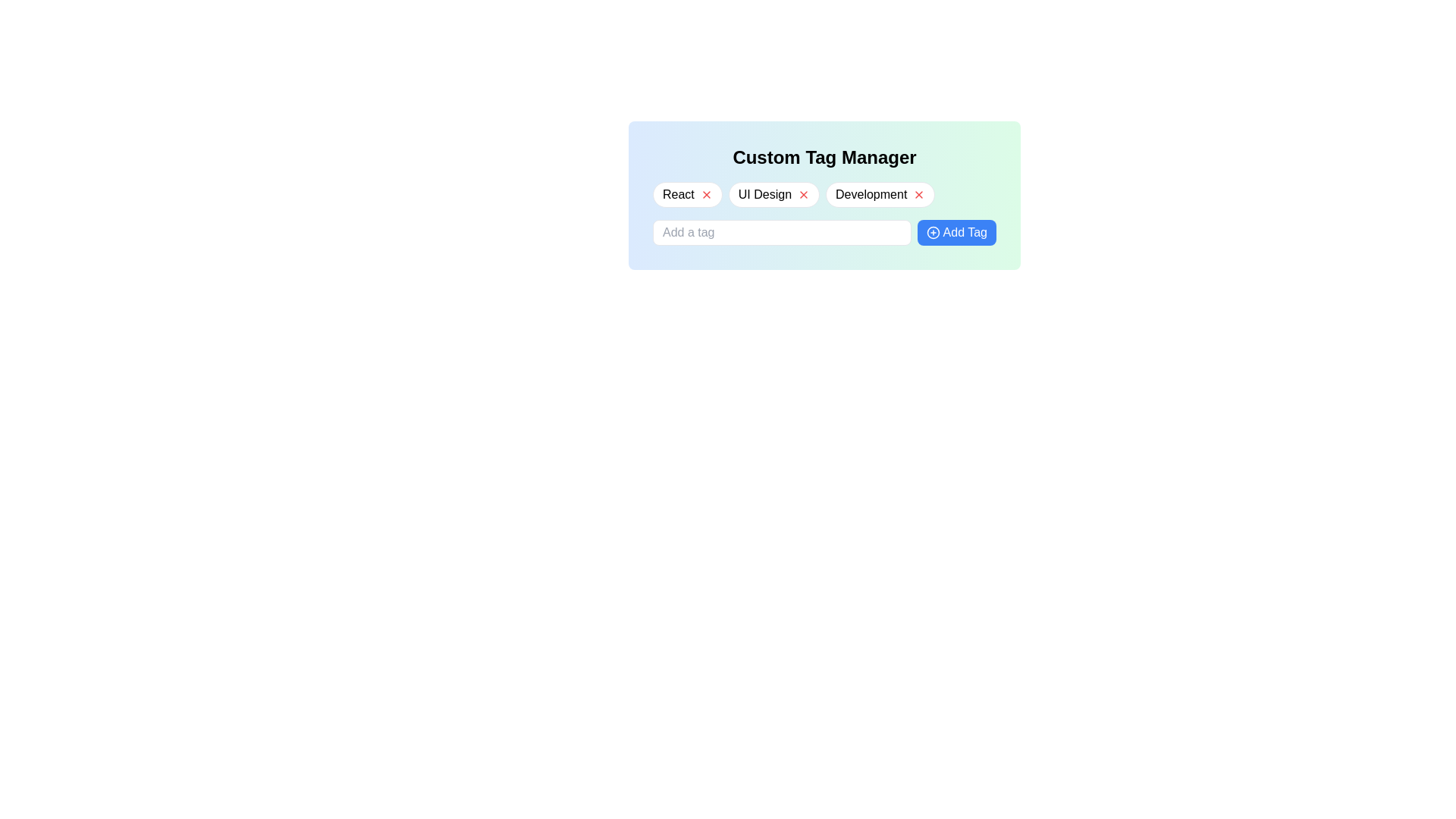  I want to click on the delete button for the 'Development' tag, which is located within the white tag labeled 'Development' in the Custom Tag Manager section, so click(918, 194).